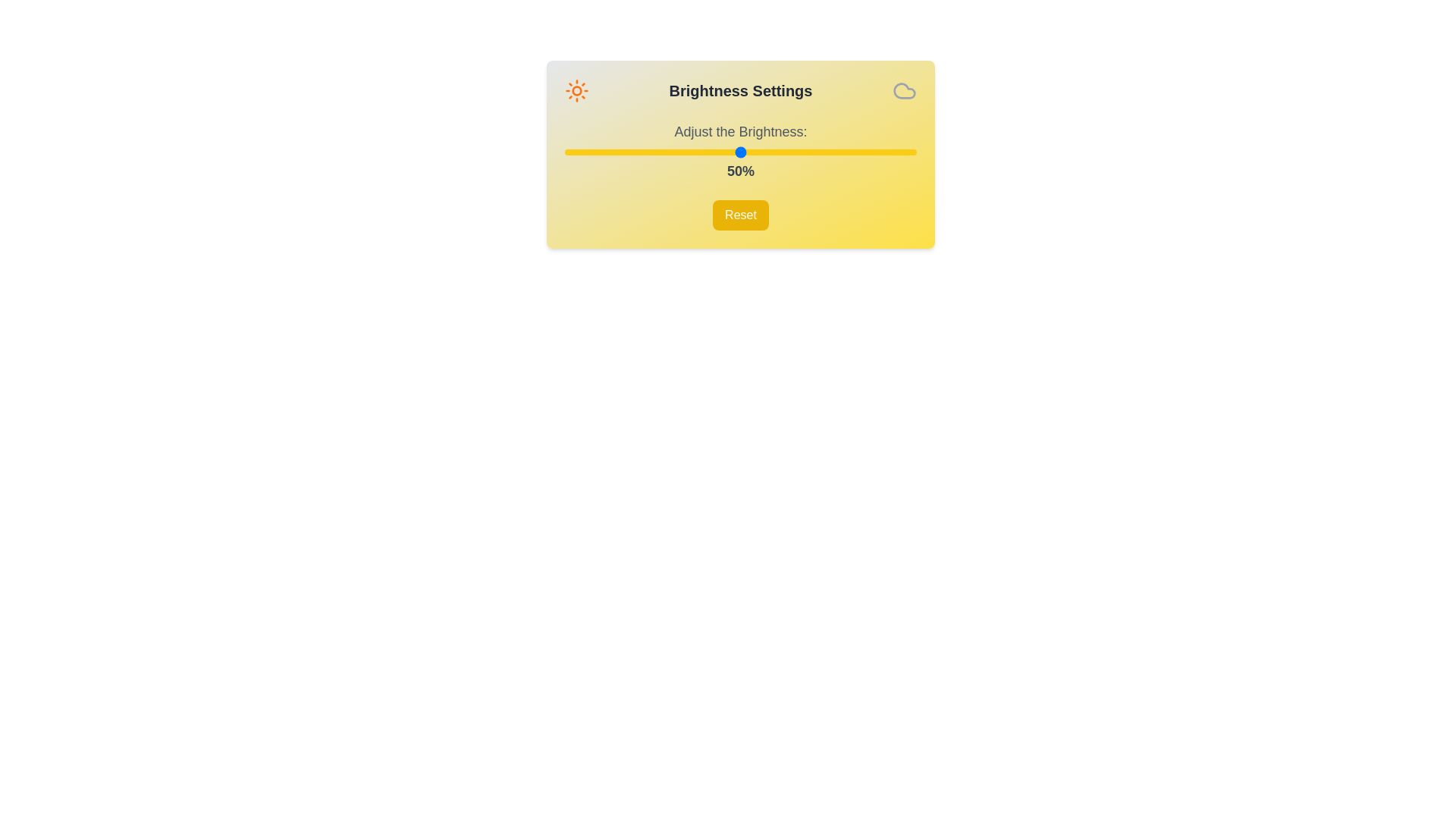  I want to click on the brightness slider to set the brightness level to 72%, so click(817, 152).